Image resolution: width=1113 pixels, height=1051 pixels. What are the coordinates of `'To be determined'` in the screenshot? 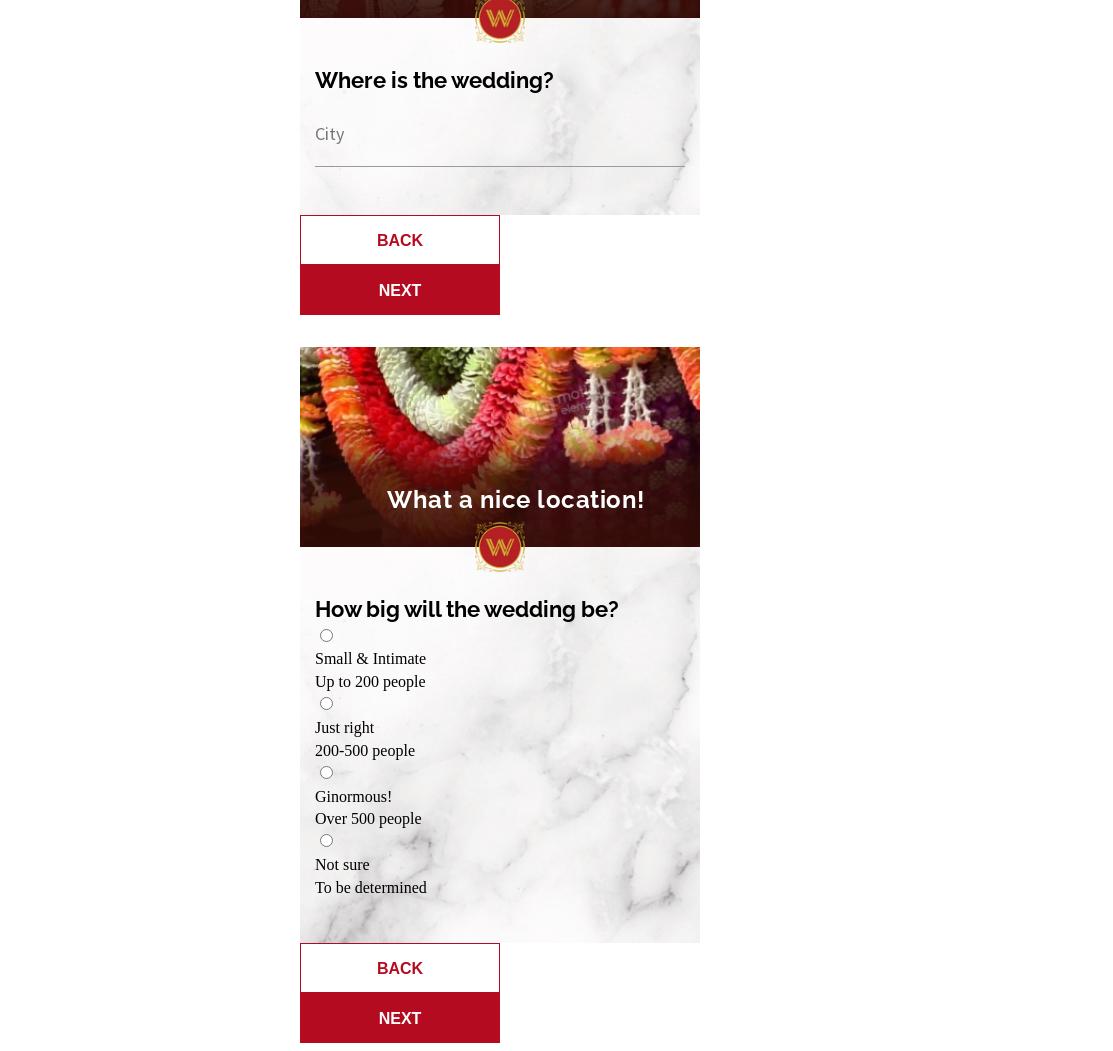 It's located at (370, 885).